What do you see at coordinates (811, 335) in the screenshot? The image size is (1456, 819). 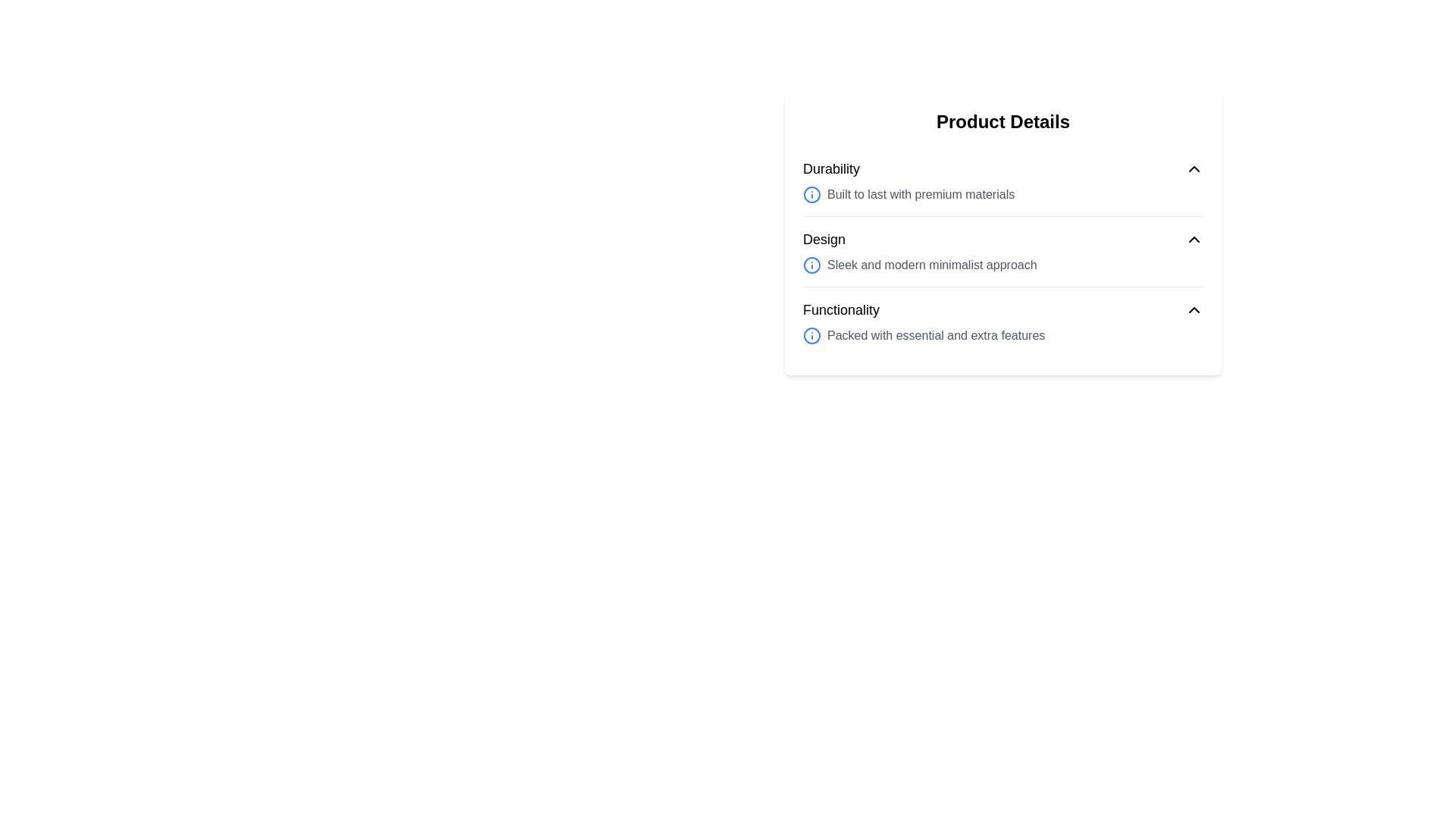 I see `the SVG graphical element (circle) that serves as an info icon for 'Functionality' located in the third row of the 'Product Details' section` at bounding box center [811, 335].